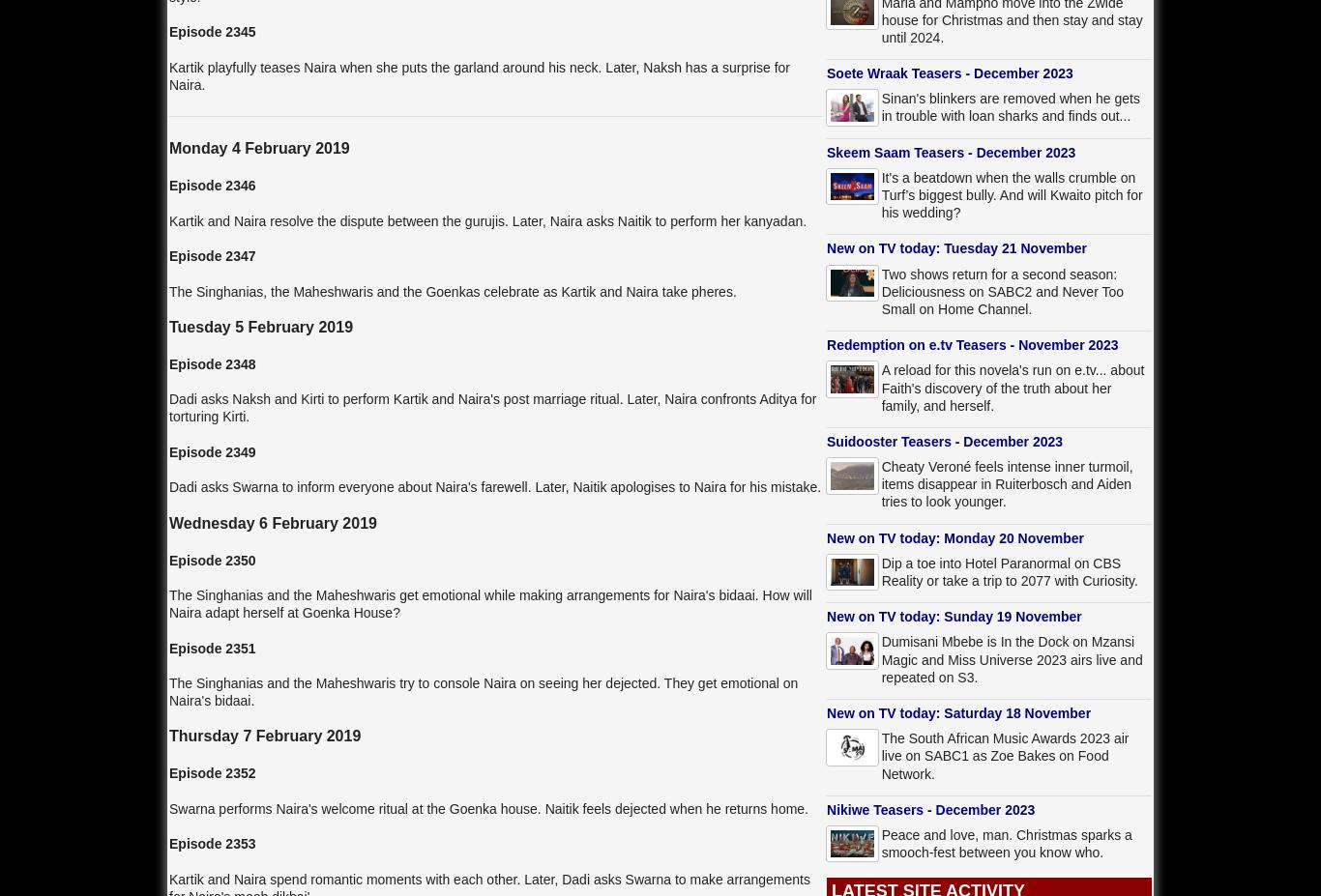 The height and width of the screenshot is (896, 1321). I want to click on 'The Singhanias and the Maheshwaris get emotional while making arrangements for Naira's bidaai. How will Naira adapt herself at Goenka House?', so click(490, 602).